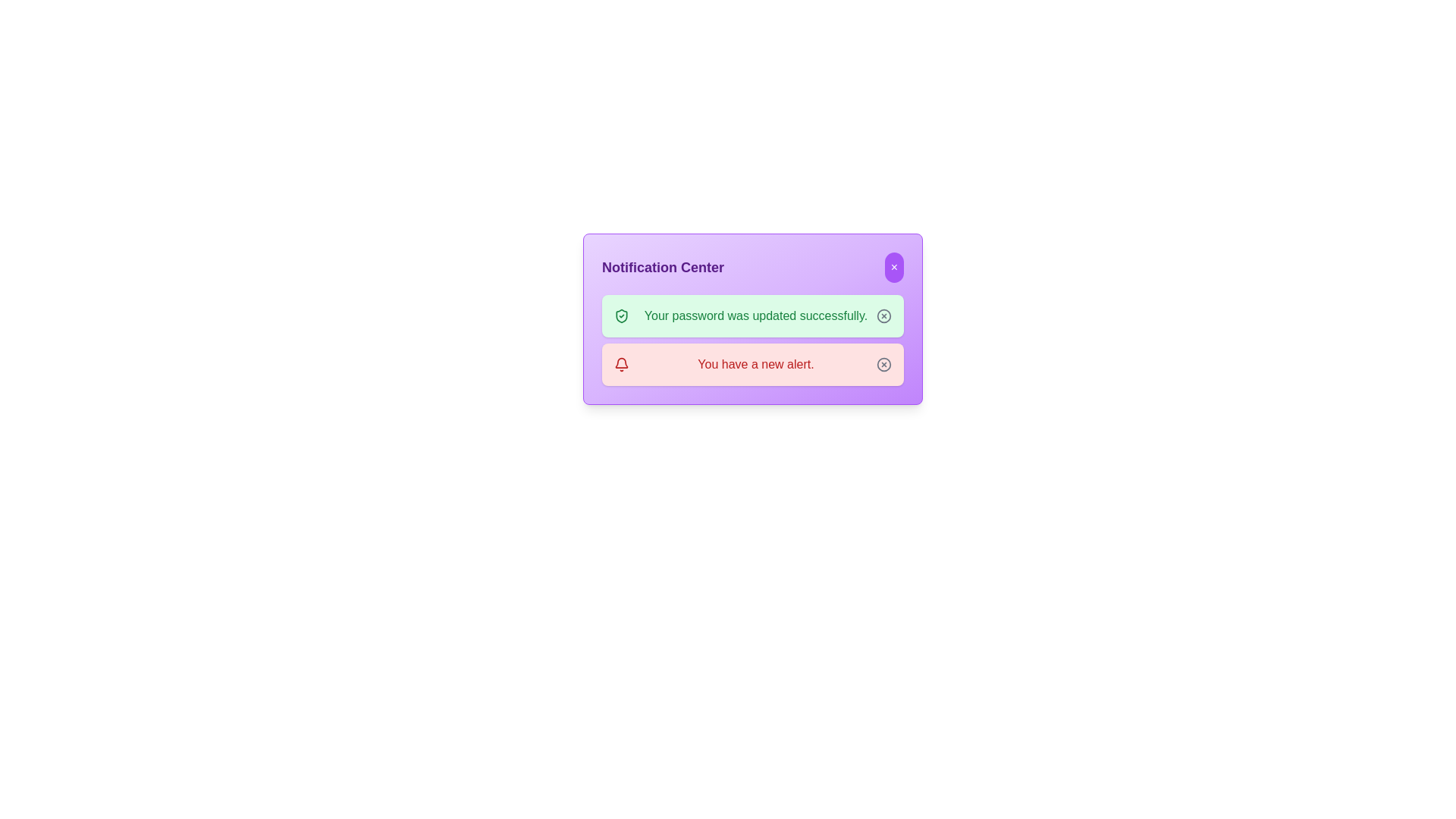  Describe the element at coordinates (622, 365) in the screenshot. I see `the bell icon located in the alert notification panel adjacent to the text 'You have a new alert.'` at that location.